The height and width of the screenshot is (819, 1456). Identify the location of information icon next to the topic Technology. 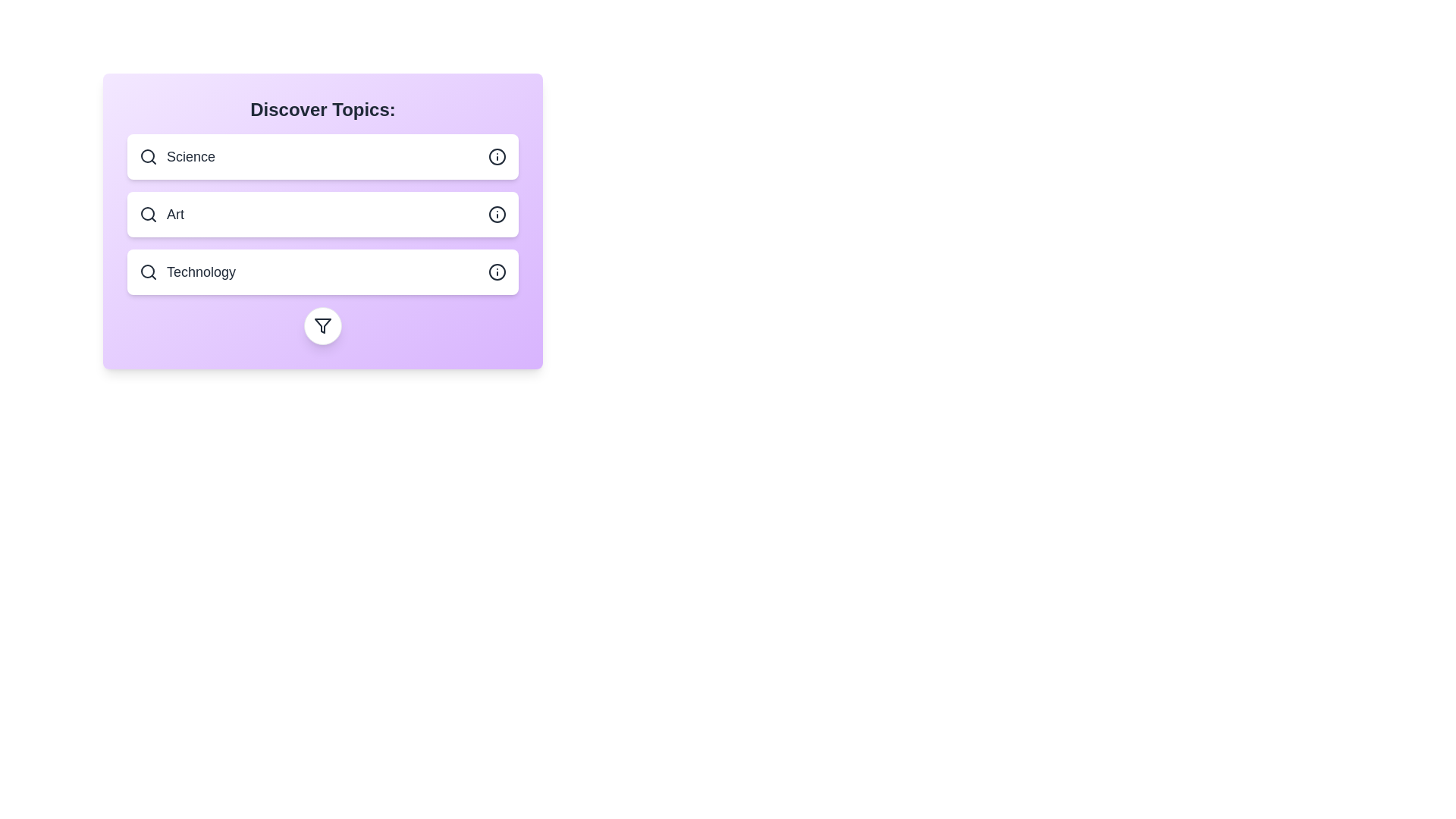
(497, 271).